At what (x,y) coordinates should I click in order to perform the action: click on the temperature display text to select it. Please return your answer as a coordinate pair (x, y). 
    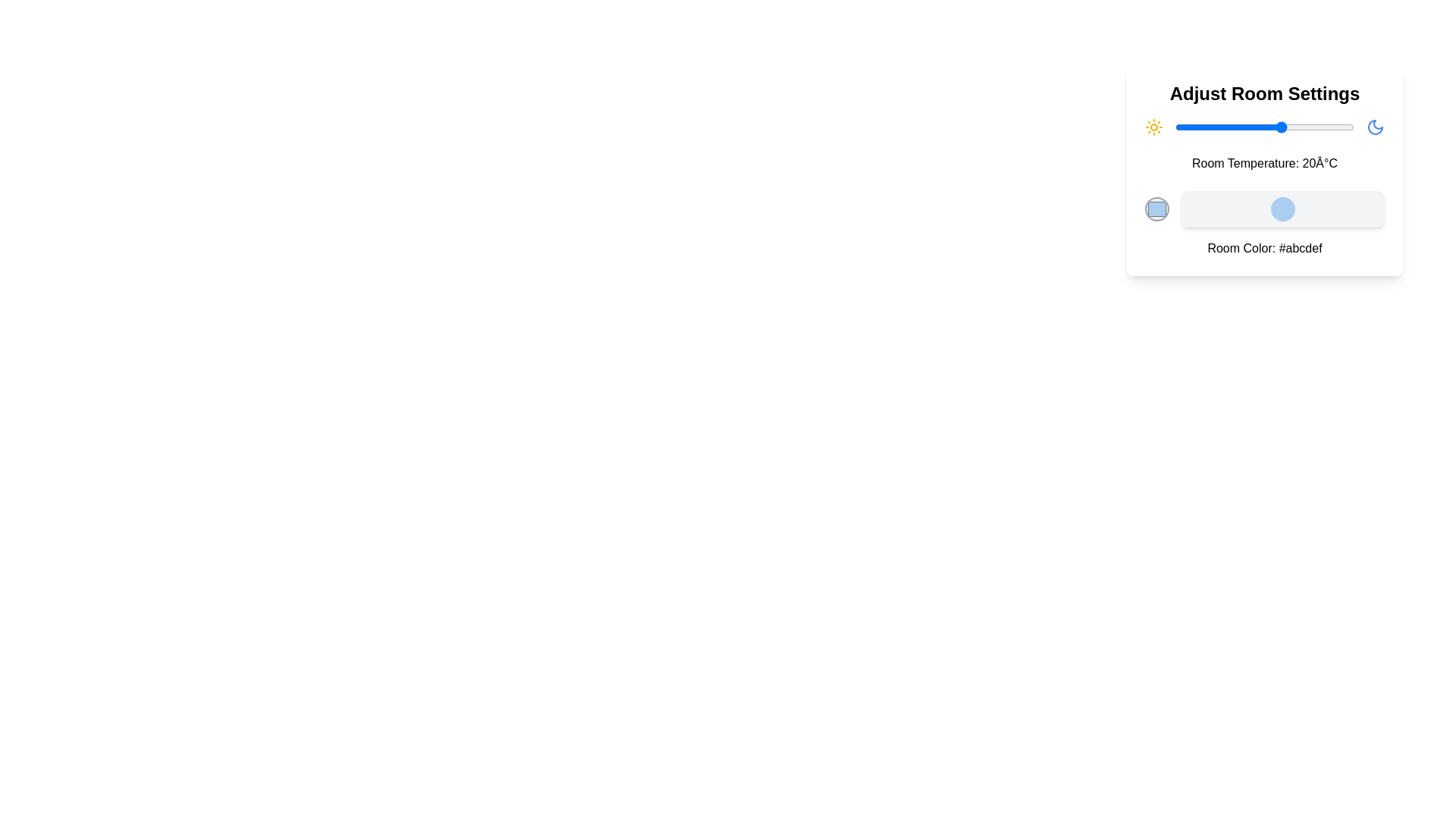
    Looking at the image, I should click on (1265, 164).